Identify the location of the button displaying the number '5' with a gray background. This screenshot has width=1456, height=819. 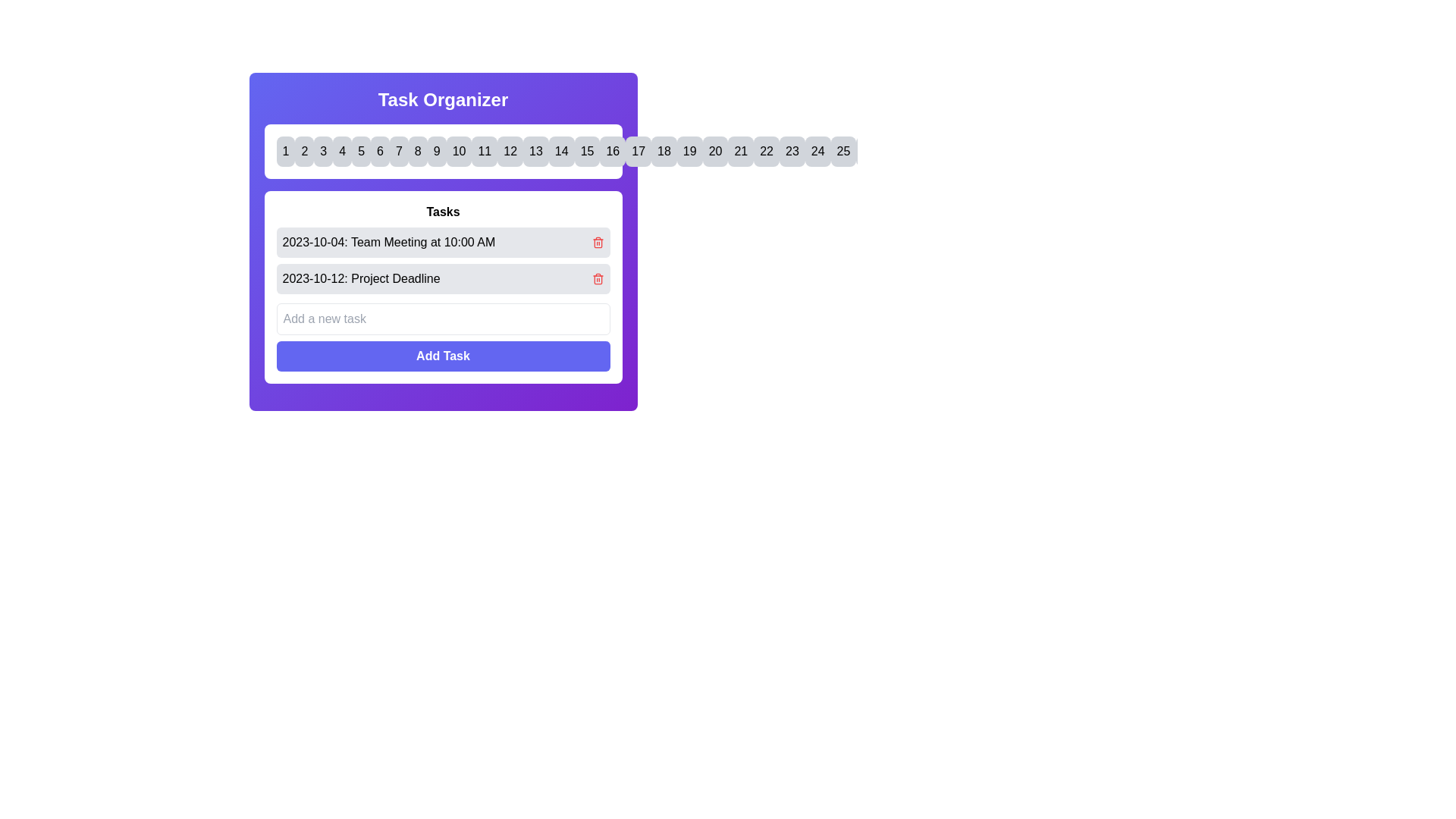
(360, 152).